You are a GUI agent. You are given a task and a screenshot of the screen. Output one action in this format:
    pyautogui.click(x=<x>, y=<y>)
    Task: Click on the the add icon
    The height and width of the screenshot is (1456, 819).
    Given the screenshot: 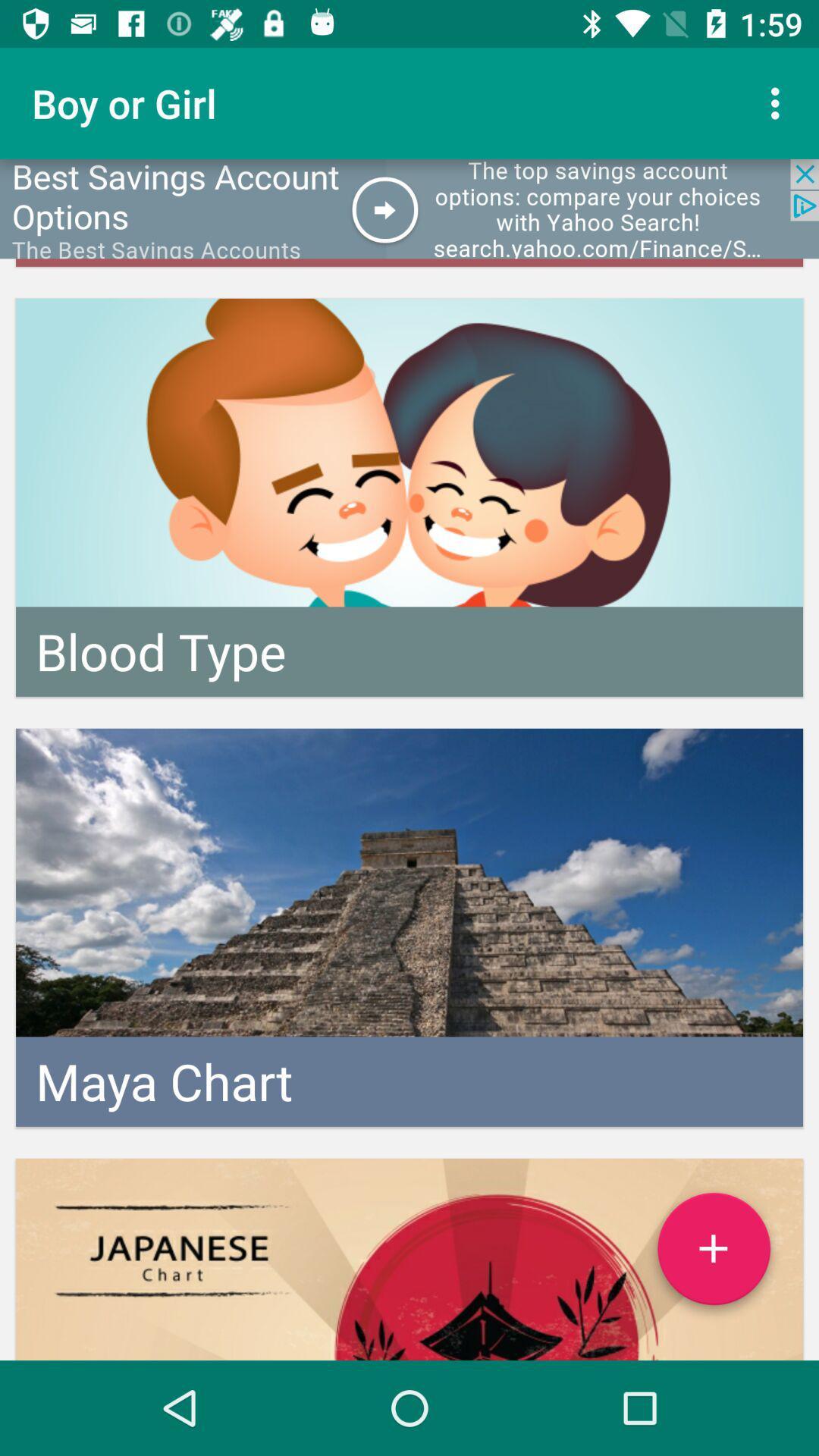 What is the action you would take?
    pyautogui.click(x=714, y=1254)
    